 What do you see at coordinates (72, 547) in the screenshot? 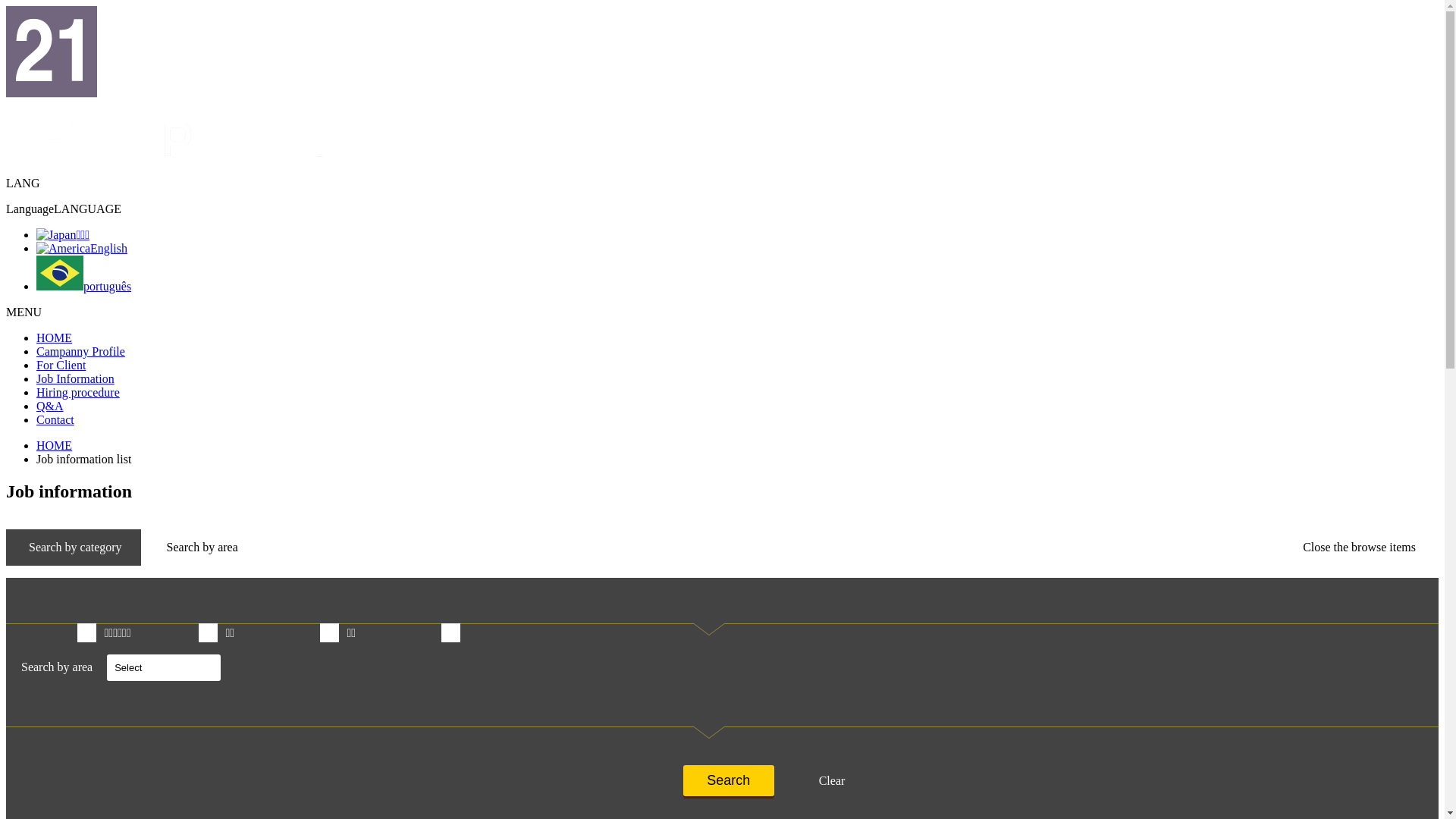
I see `'Search by category'` at bounding box center [72, 547].